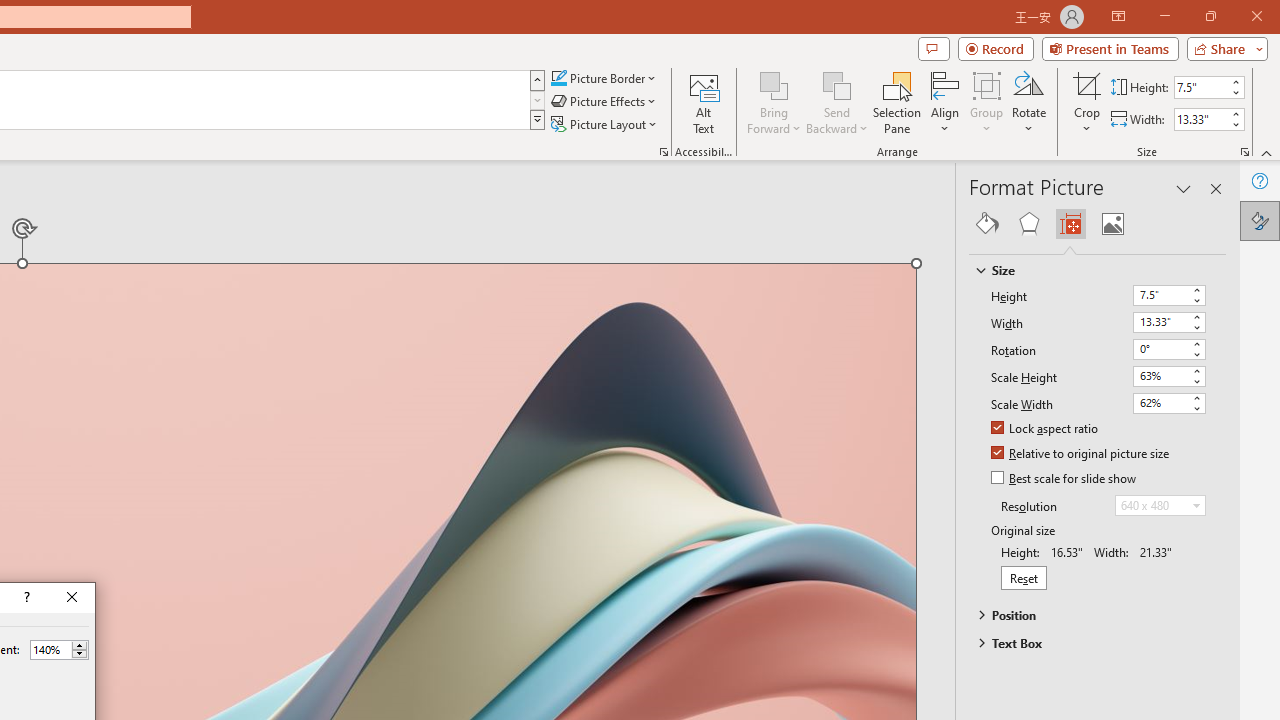  I want to click on 'Picture Border Blue, Accent 1', so click(558, 77).